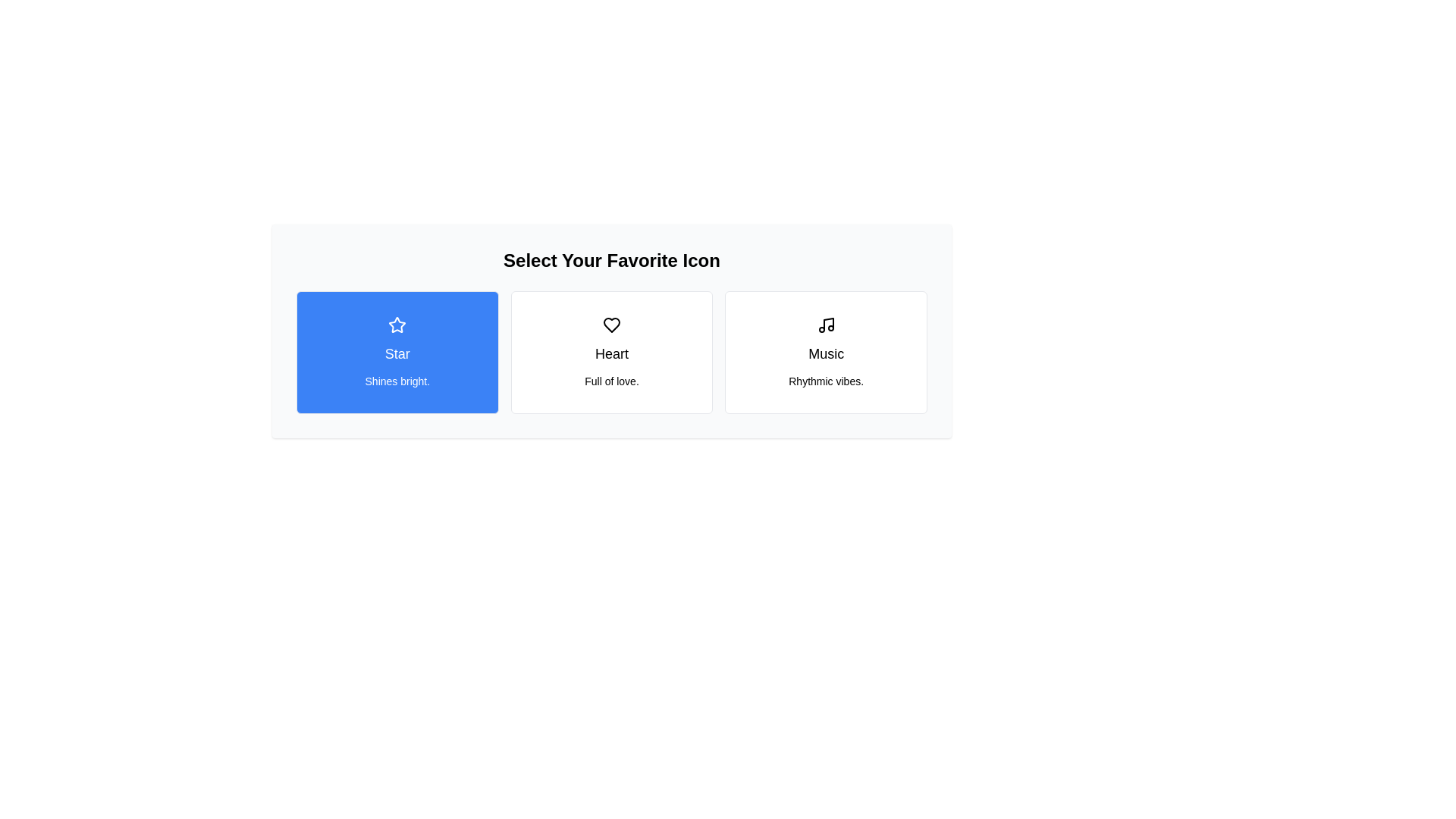 This screenshot has width=1456, height=819. What do you see at coordinates (611, 353) in the screenshot?
I see `the 'Heart Full of love.' selectable card located in the center of three cards in a horizontal layout under the title 'Select Your Favorite Icon'` at bounding box center [611, 353].